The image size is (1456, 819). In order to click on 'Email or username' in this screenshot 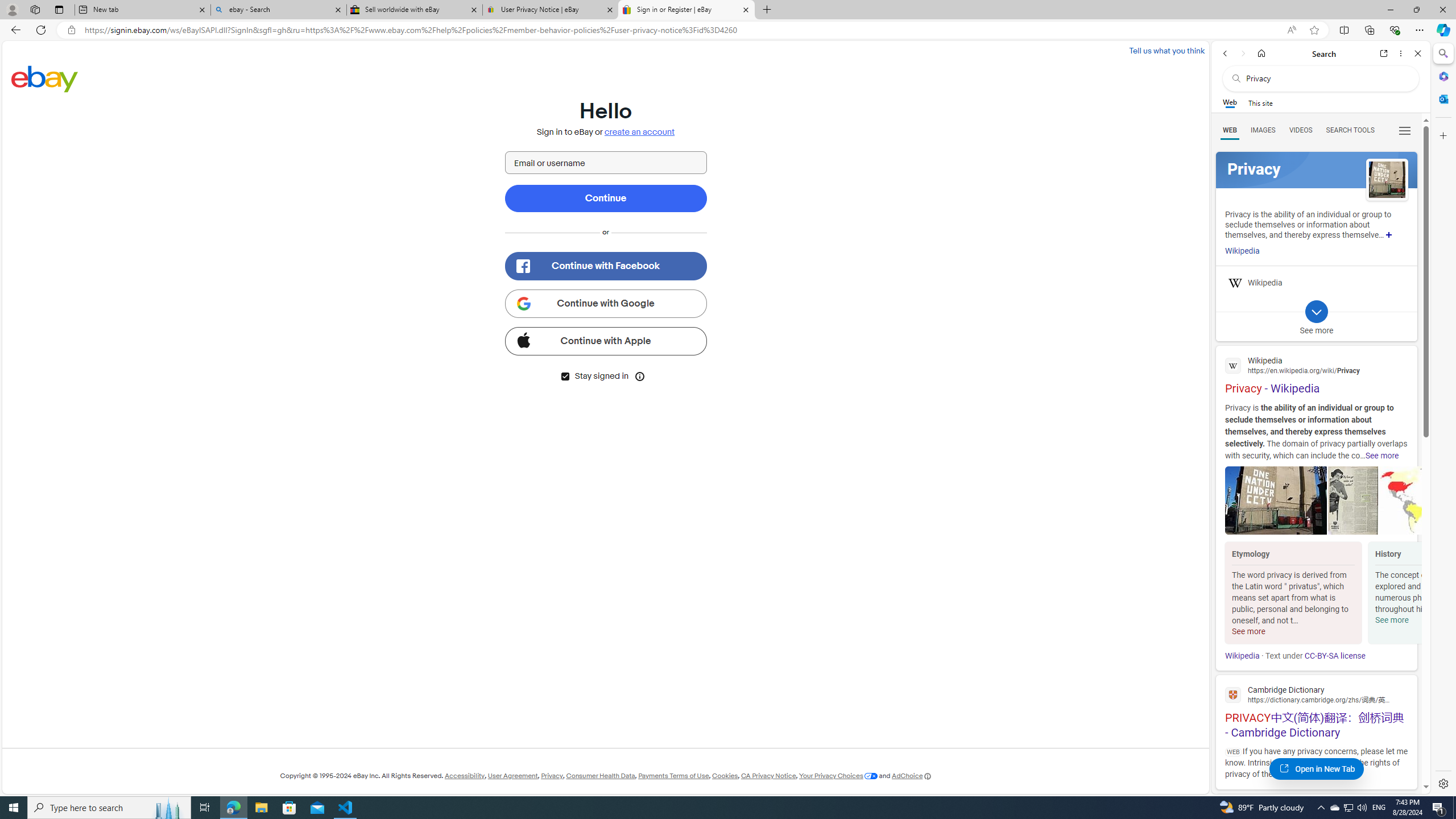, I will do `click(605, 162)`.